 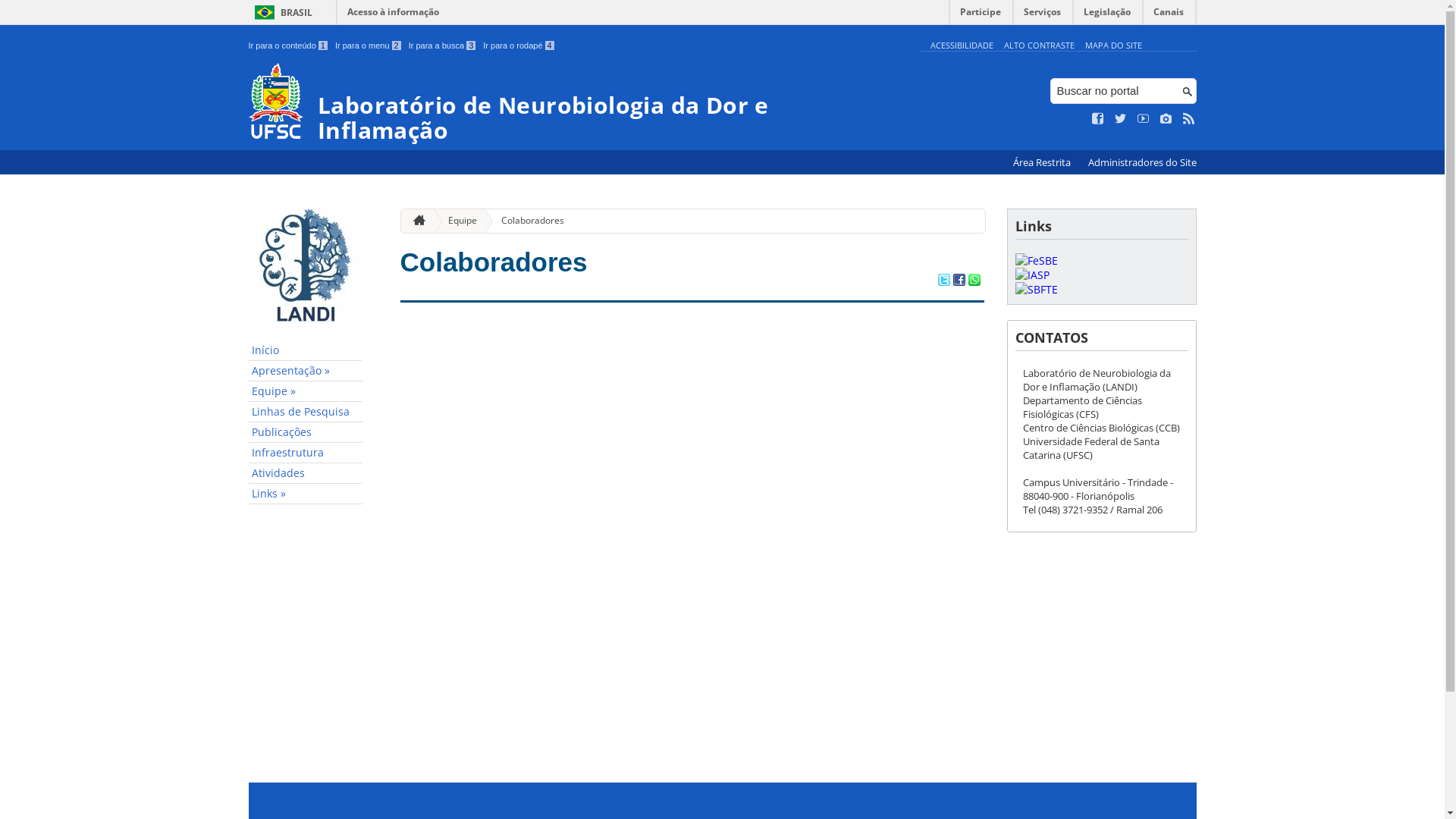 What do you see at coordinates (368, 45) in the screenshot?
I see `'Ir para o menu 2'` at bounding box center [368, 45].